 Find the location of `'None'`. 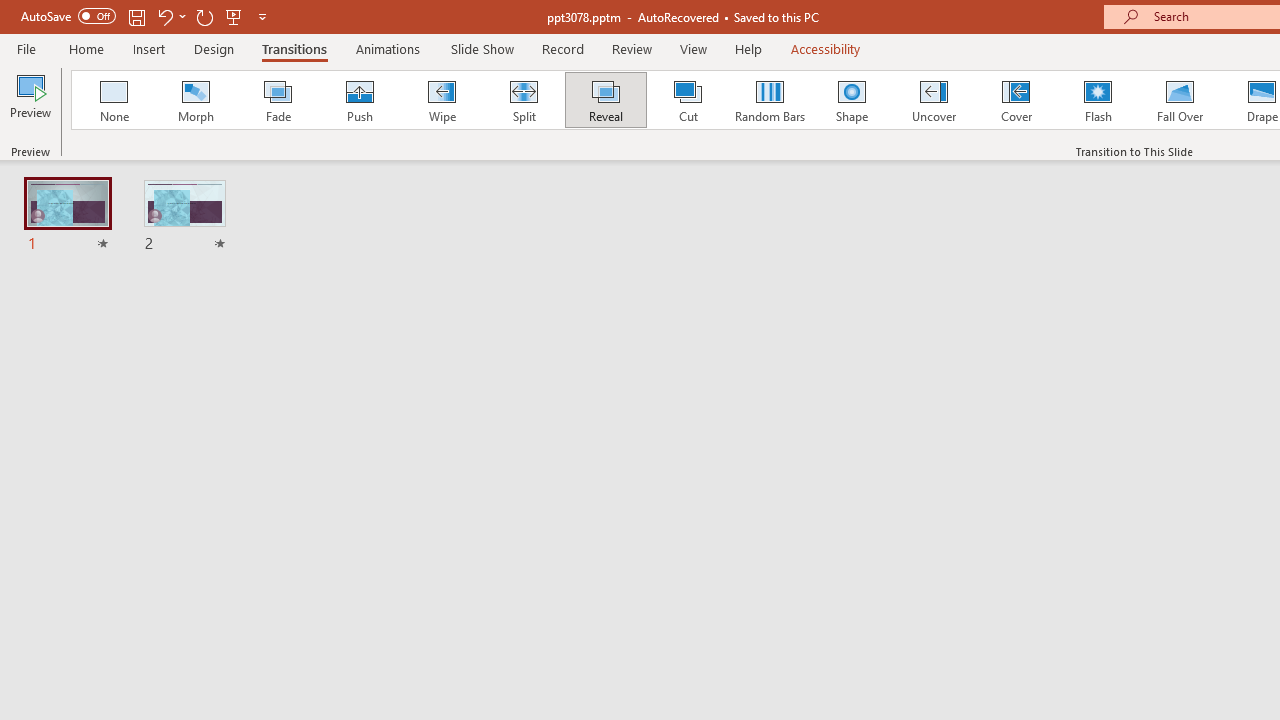

'None' is located at coordinates (112, 100).